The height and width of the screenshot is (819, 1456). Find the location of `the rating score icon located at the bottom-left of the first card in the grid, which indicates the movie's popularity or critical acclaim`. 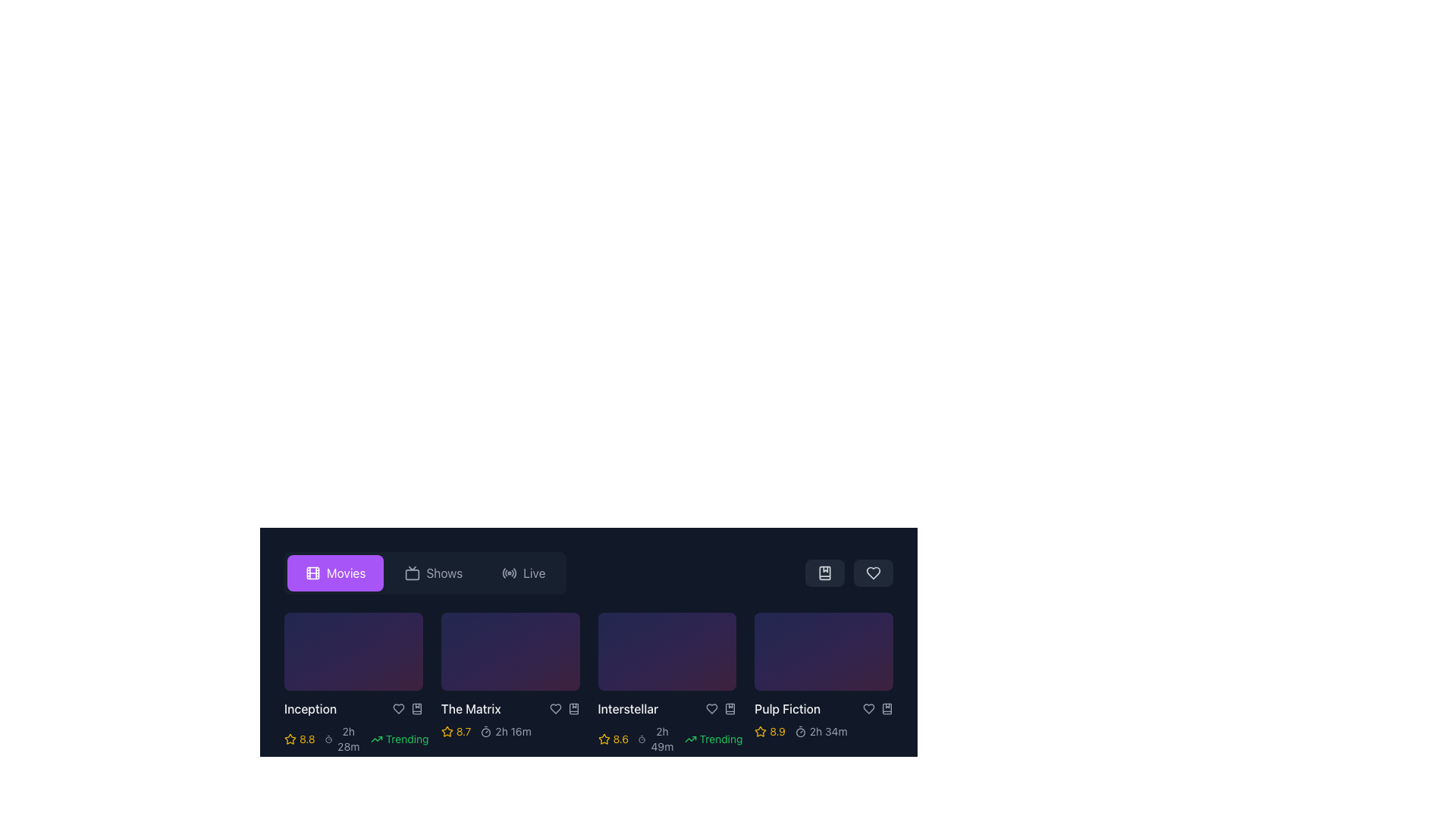

the rating score icon located at the bottom-left of the first card in the grid, which indicates the movie's popularity or critical acclaim is located at coordinates (300, 738).